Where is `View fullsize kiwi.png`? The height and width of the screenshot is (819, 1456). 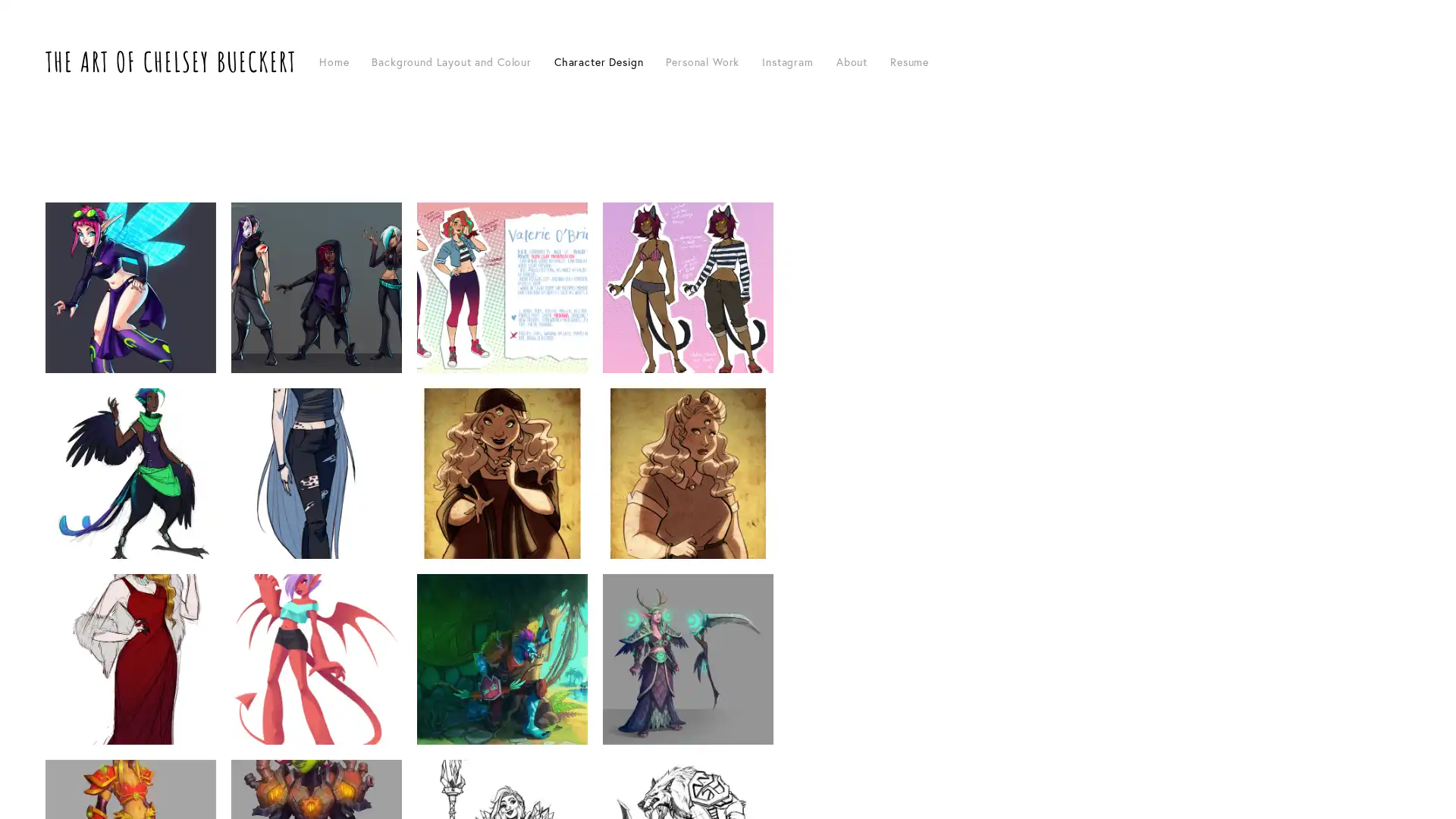 View fullsize kiwi.png is located at coordinates (130, 472).